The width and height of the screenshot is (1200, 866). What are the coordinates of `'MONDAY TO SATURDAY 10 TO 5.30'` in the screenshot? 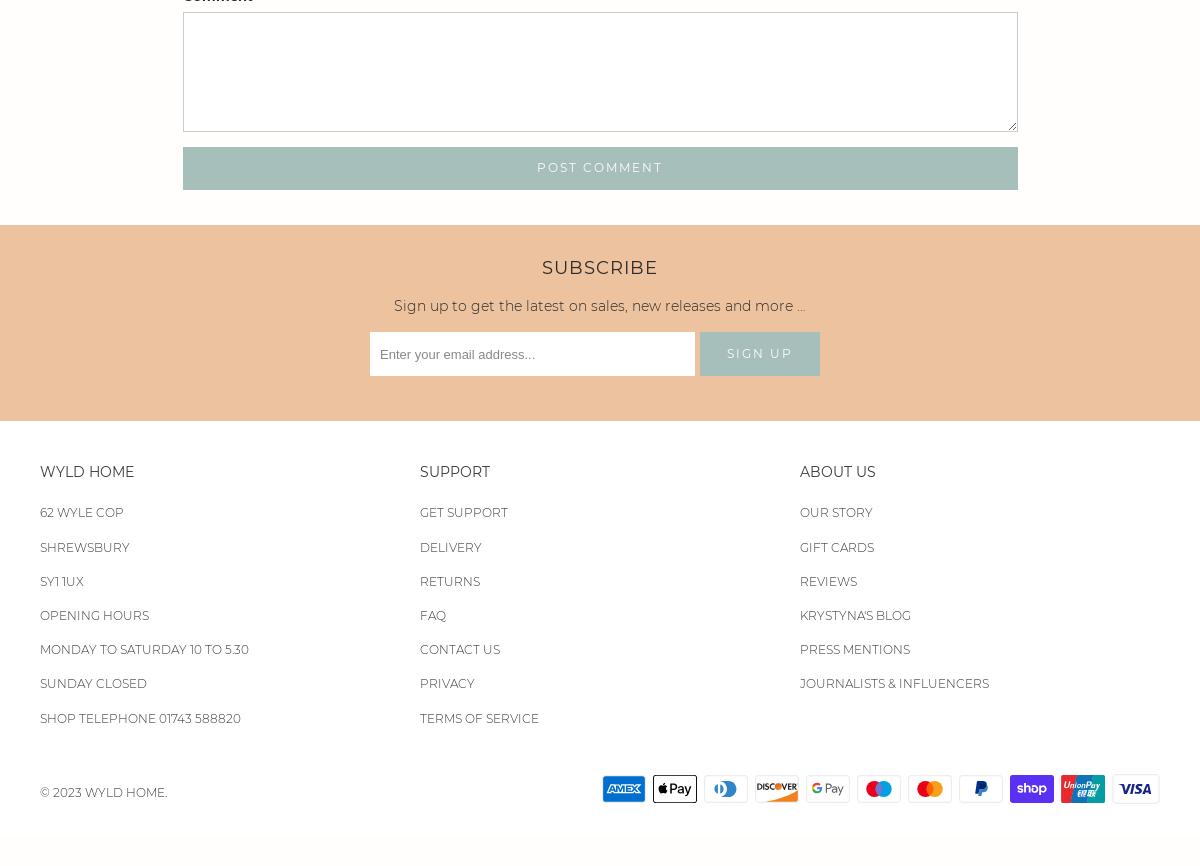 It's located at (144, 649).